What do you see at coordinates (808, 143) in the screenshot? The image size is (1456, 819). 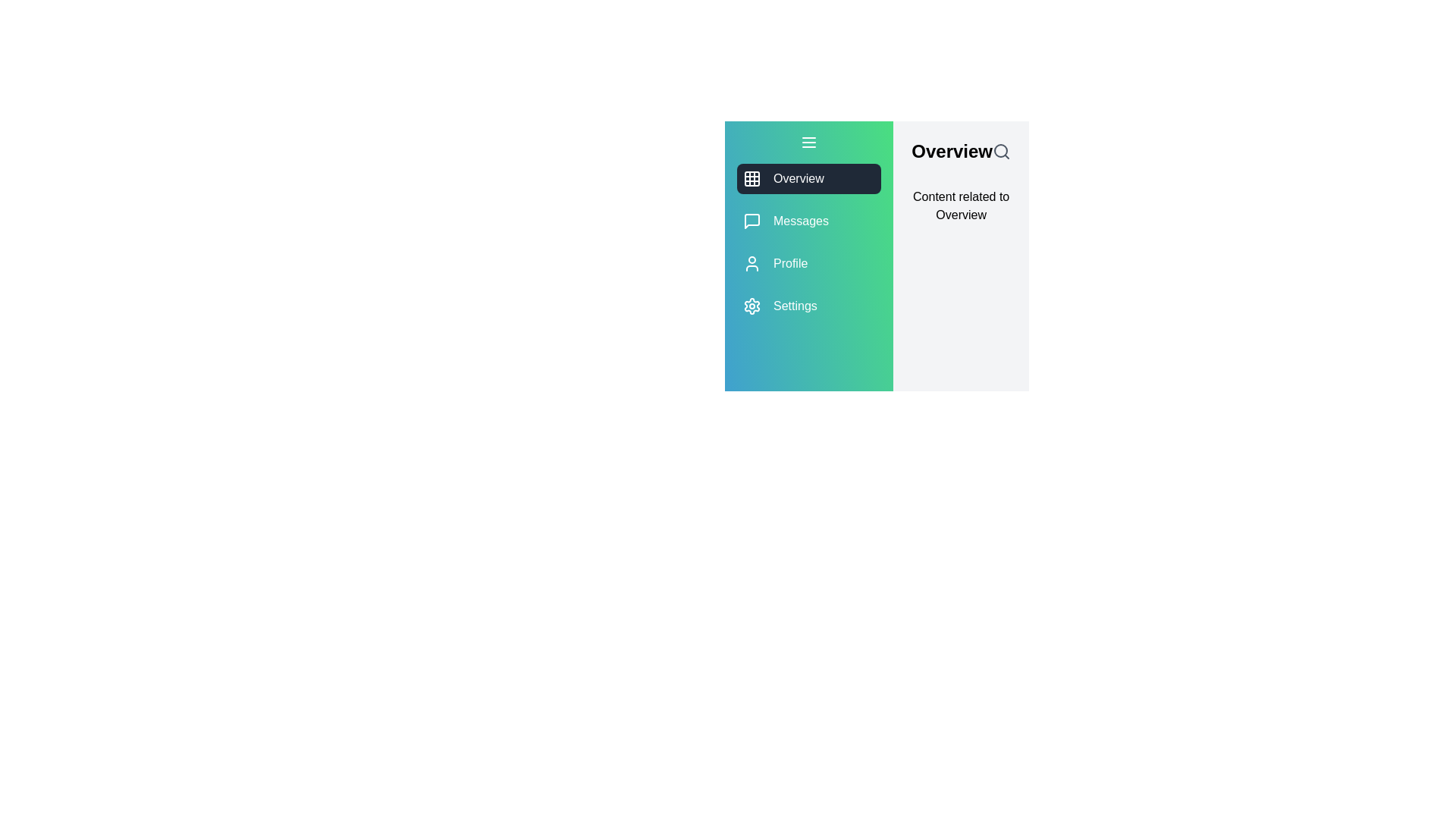 I see `the menu button to toggle the drawer menu` at bounding box center [808, 143].